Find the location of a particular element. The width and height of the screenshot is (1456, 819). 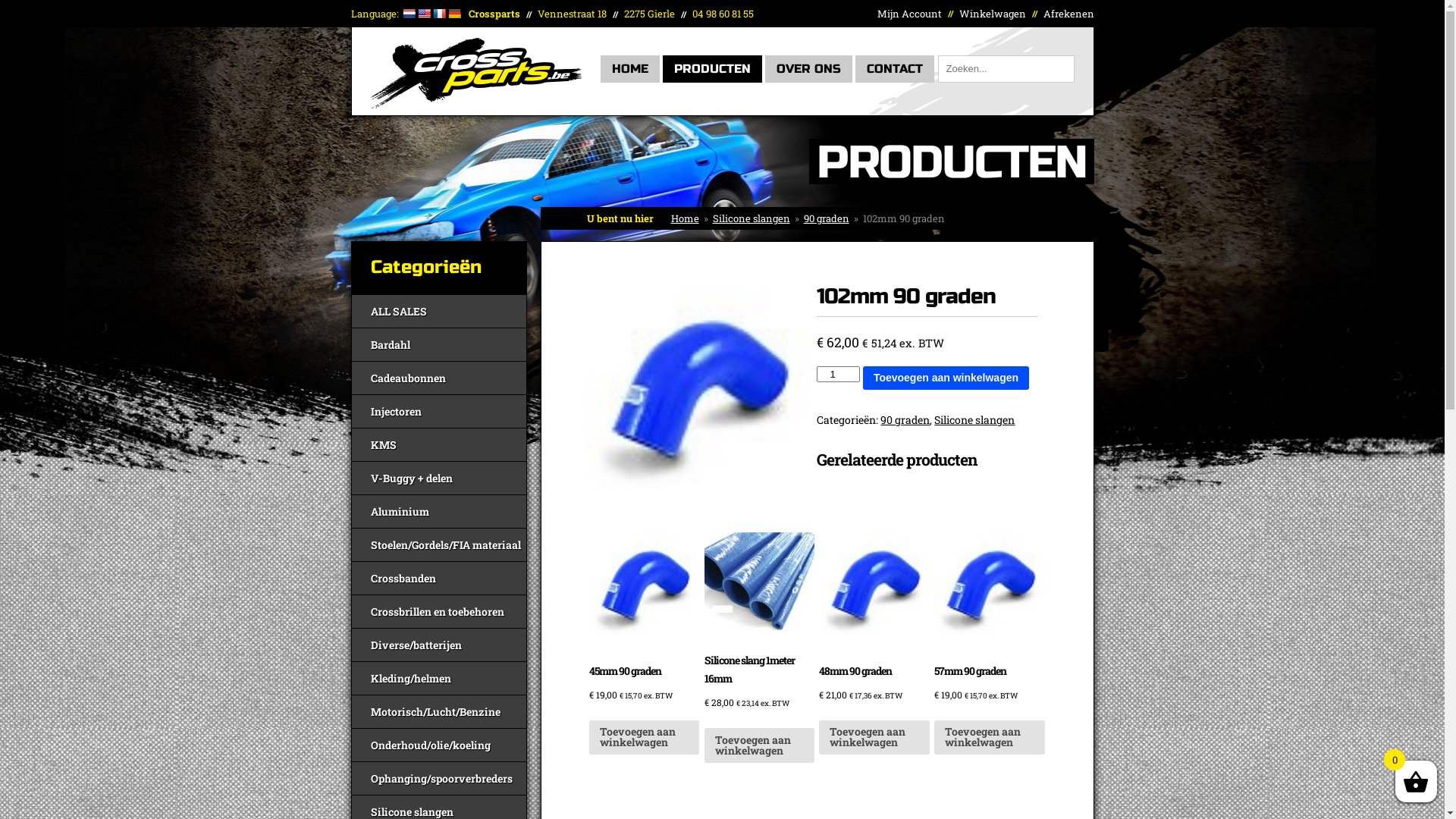

'PRODUCTEN' is located at coordinates (711, 69).